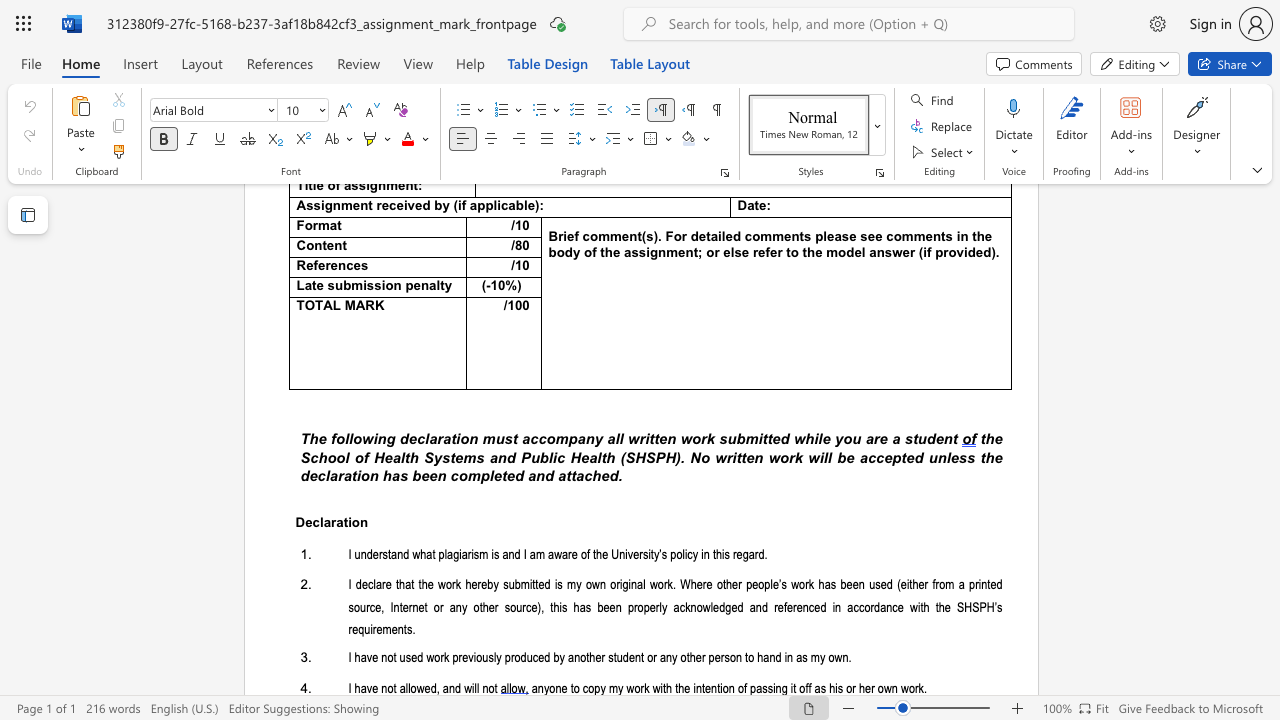 This screenshot has width=1280, height=720. What do you see at coordinates (362, 438) in the screenshot?
I see `the space between the continuous character "o" and "w" in the text` at bounding box center [362, 438].